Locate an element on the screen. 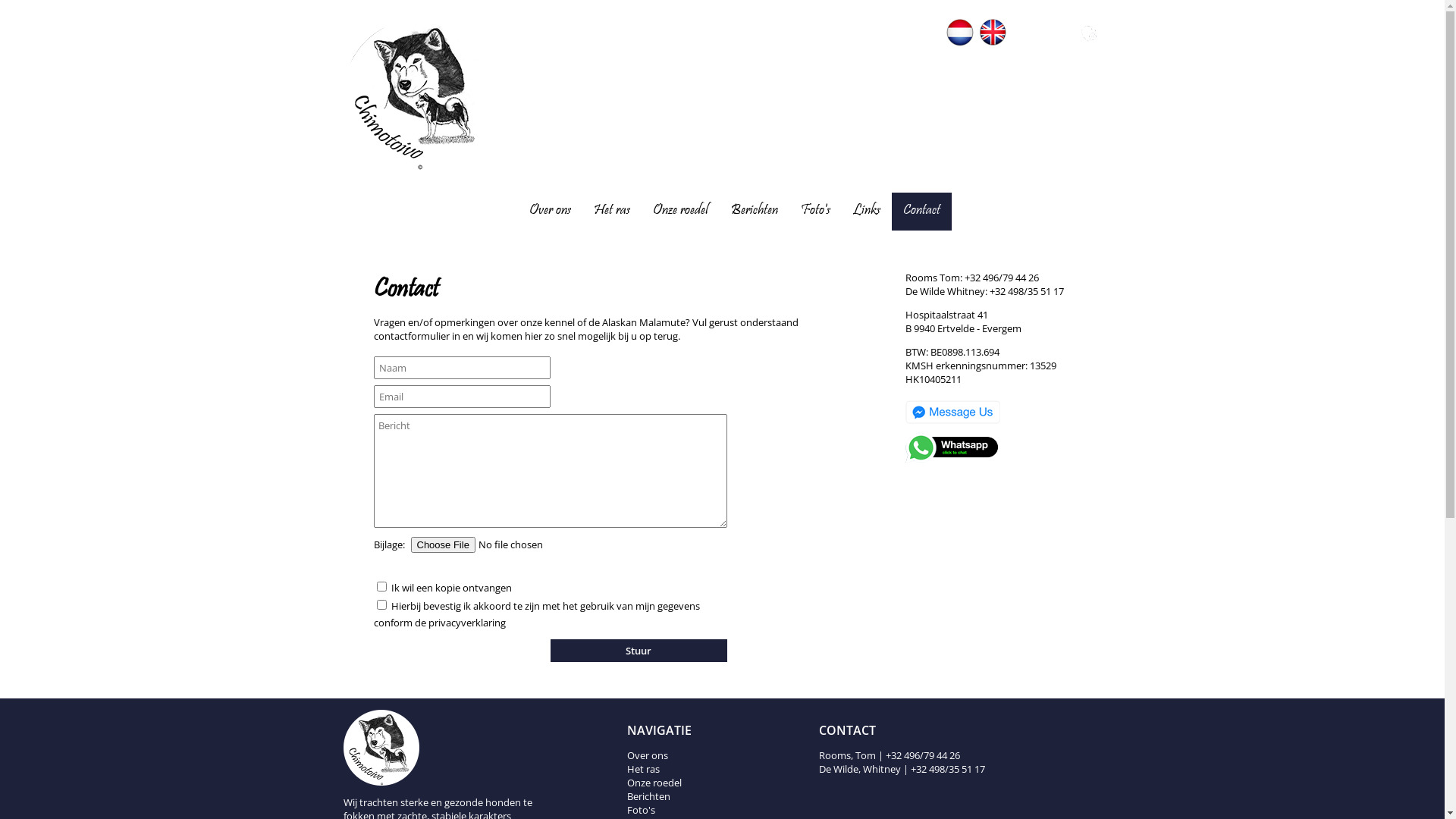 The image size is (1456, 819). 'Het ras' is located at coordinates (611, 211).